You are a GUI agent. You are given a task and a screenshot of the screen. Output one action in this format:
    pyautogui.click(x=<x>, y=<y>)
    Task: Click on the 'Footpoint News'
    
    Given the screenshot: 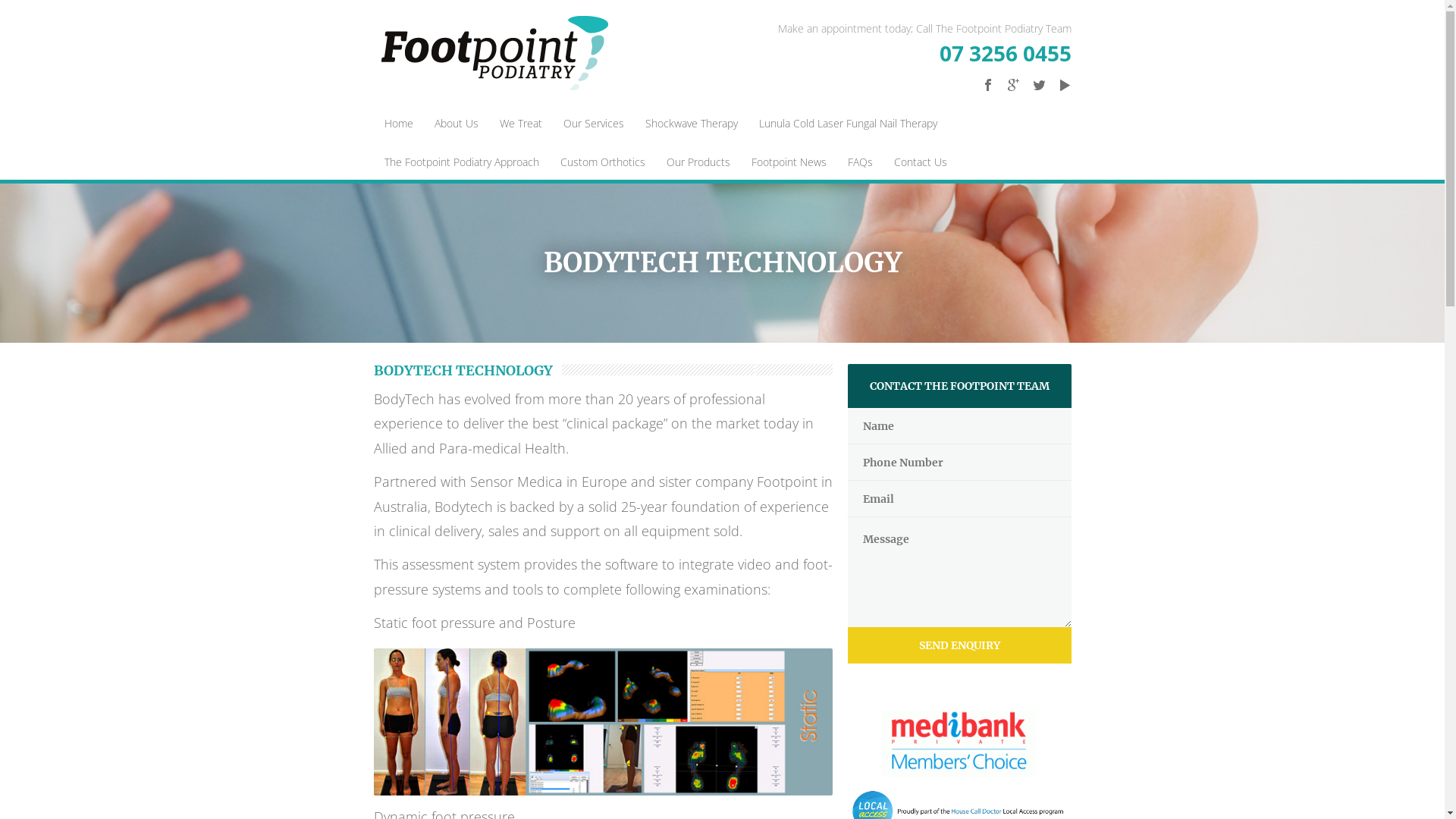 What is the action you would take?
    pyautogui.click(x=739, y=164)
    